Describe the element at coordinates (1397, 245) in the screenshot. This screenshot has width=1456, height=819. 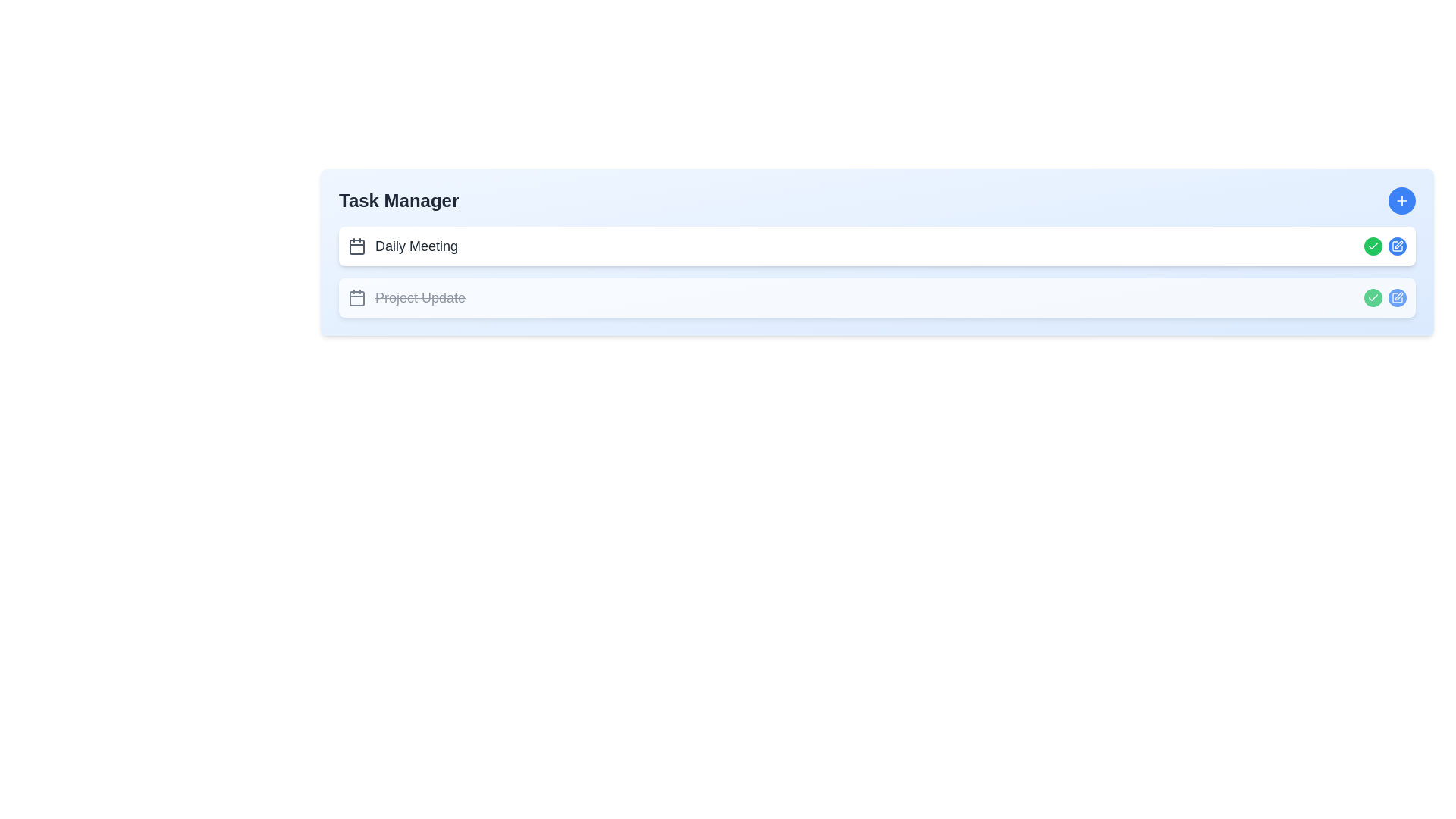
I see `the icon-based button located to the far right of the 'Daily Meeting' task entry` at that location.